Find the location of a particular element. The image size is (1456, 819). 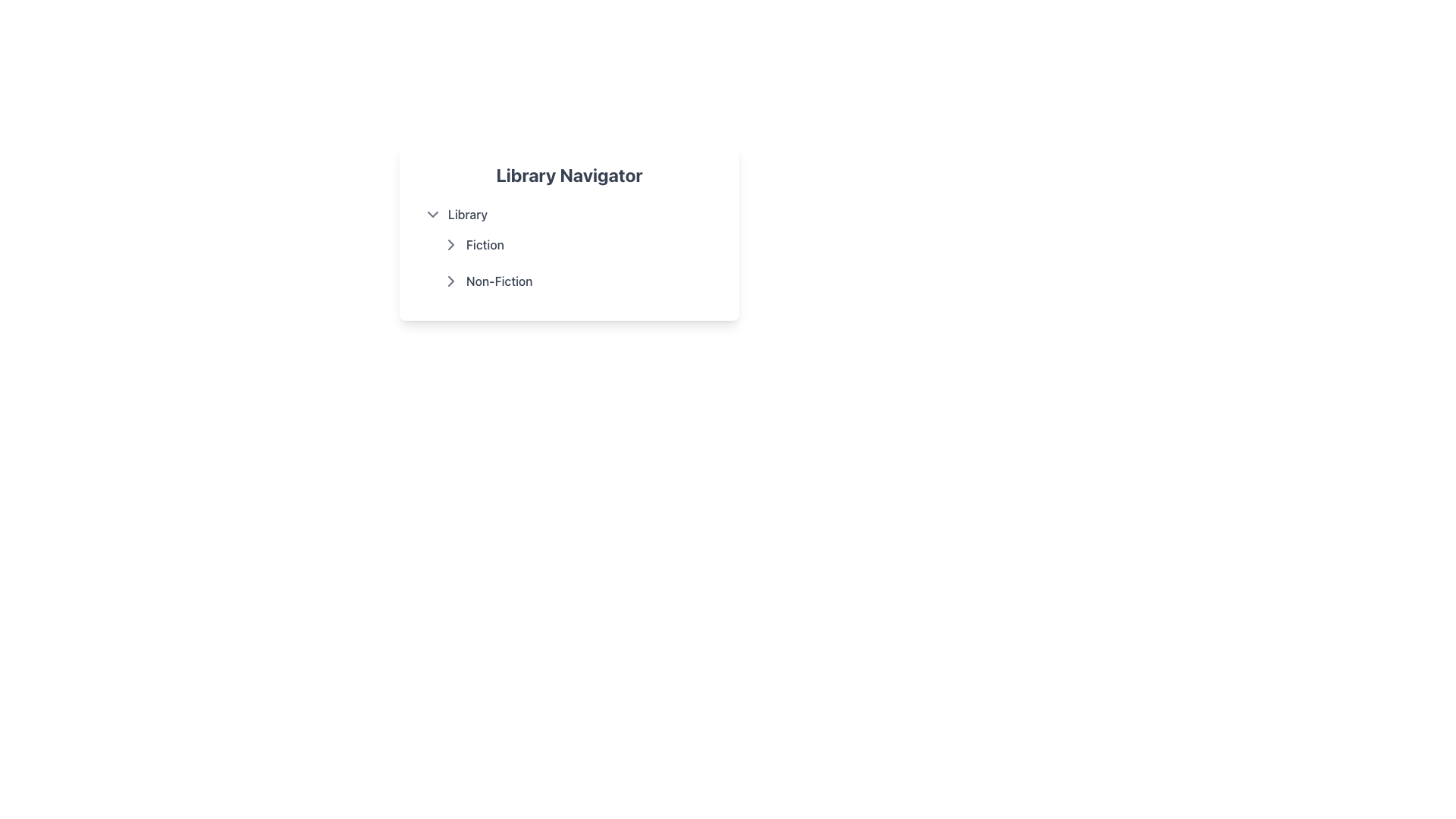

the first menu item in the navigation menu that leads to the 'Fiction' category is located at coordinates (568, 244).